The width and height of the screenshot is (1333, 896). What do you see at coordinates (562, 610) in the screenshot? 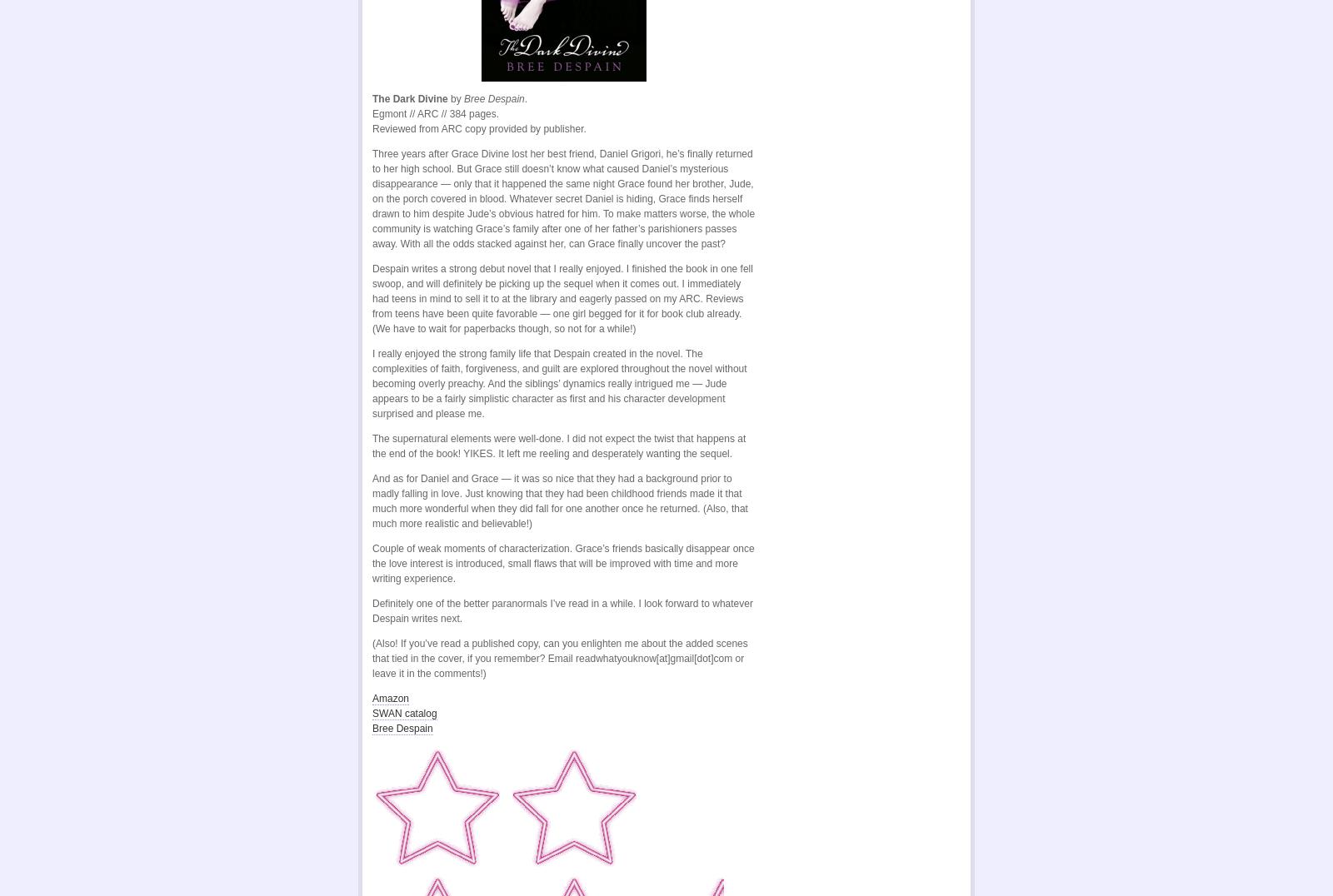
I see `'Definitely one of the better paranormals I’ve read in a while. I look forward to whatever Despain writes next.'` at bounding box center [562, 610].